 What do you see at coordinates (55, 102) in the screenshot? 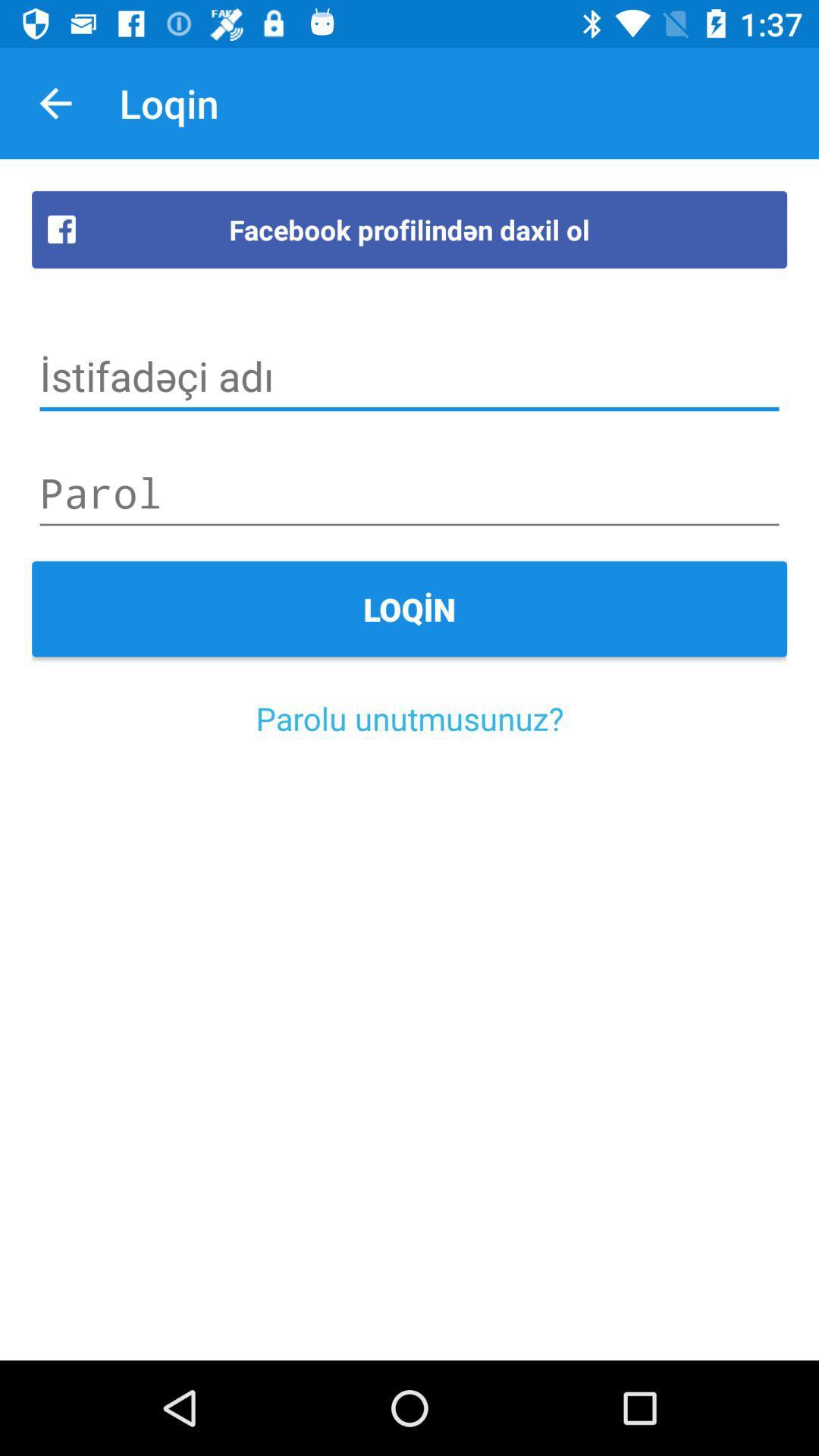
I see `item next to the loqin item` at bounding box center [55, 102].